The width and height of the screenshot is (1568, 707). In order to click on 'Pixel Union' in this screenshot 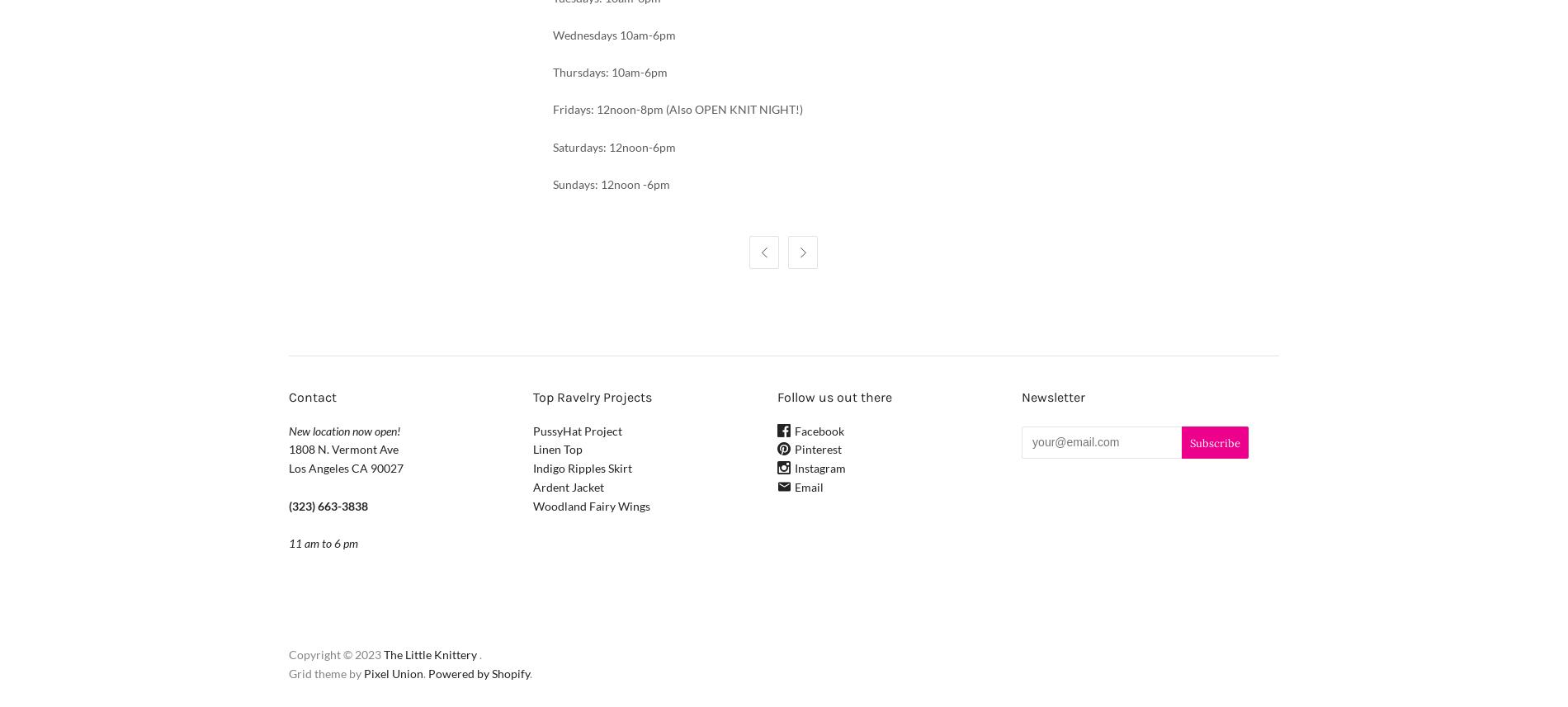, I will do `click(394, 672)`.